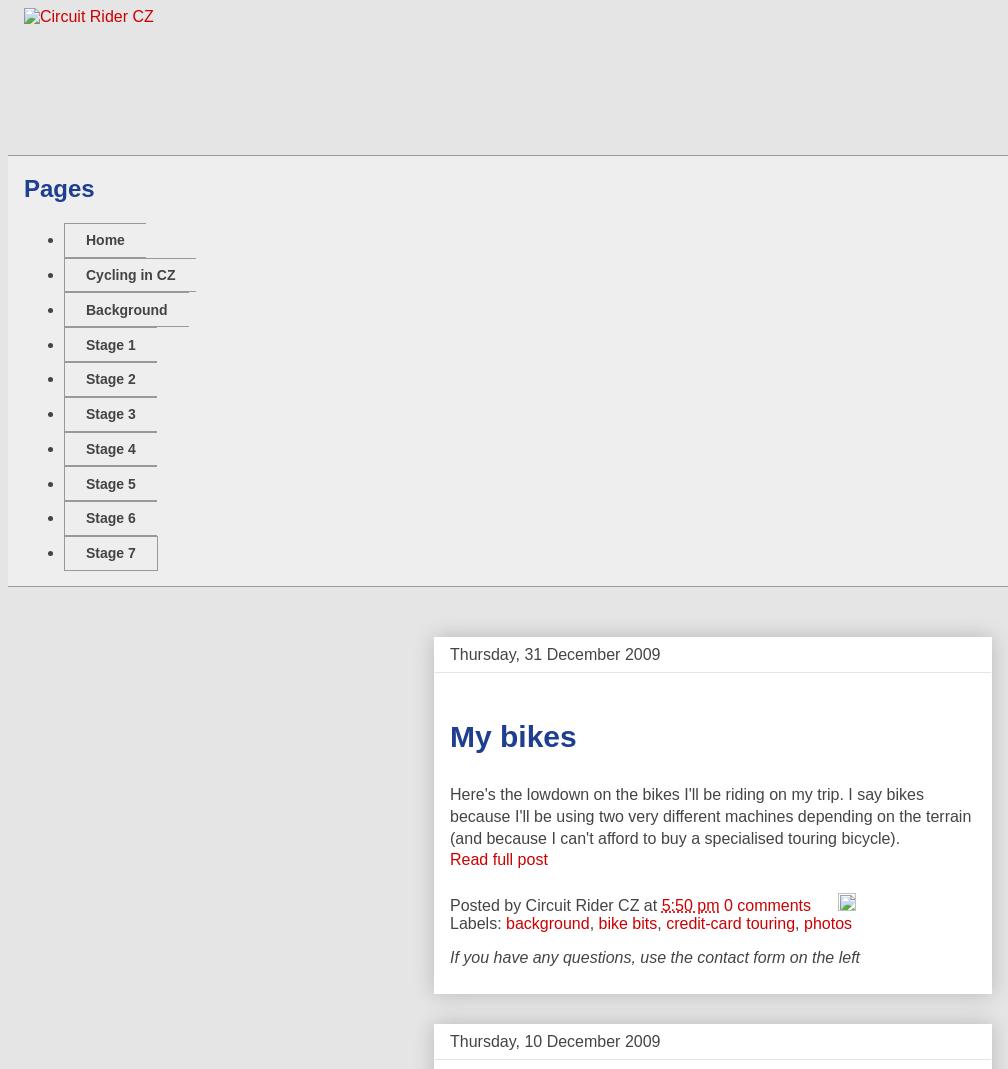 Image resolution: width=1008 pixels, height=1069 pixels. What do you see at coordinates (110, 447) in the screenshot?
I see `'Stage 4'` at bounding box center [110, 447].